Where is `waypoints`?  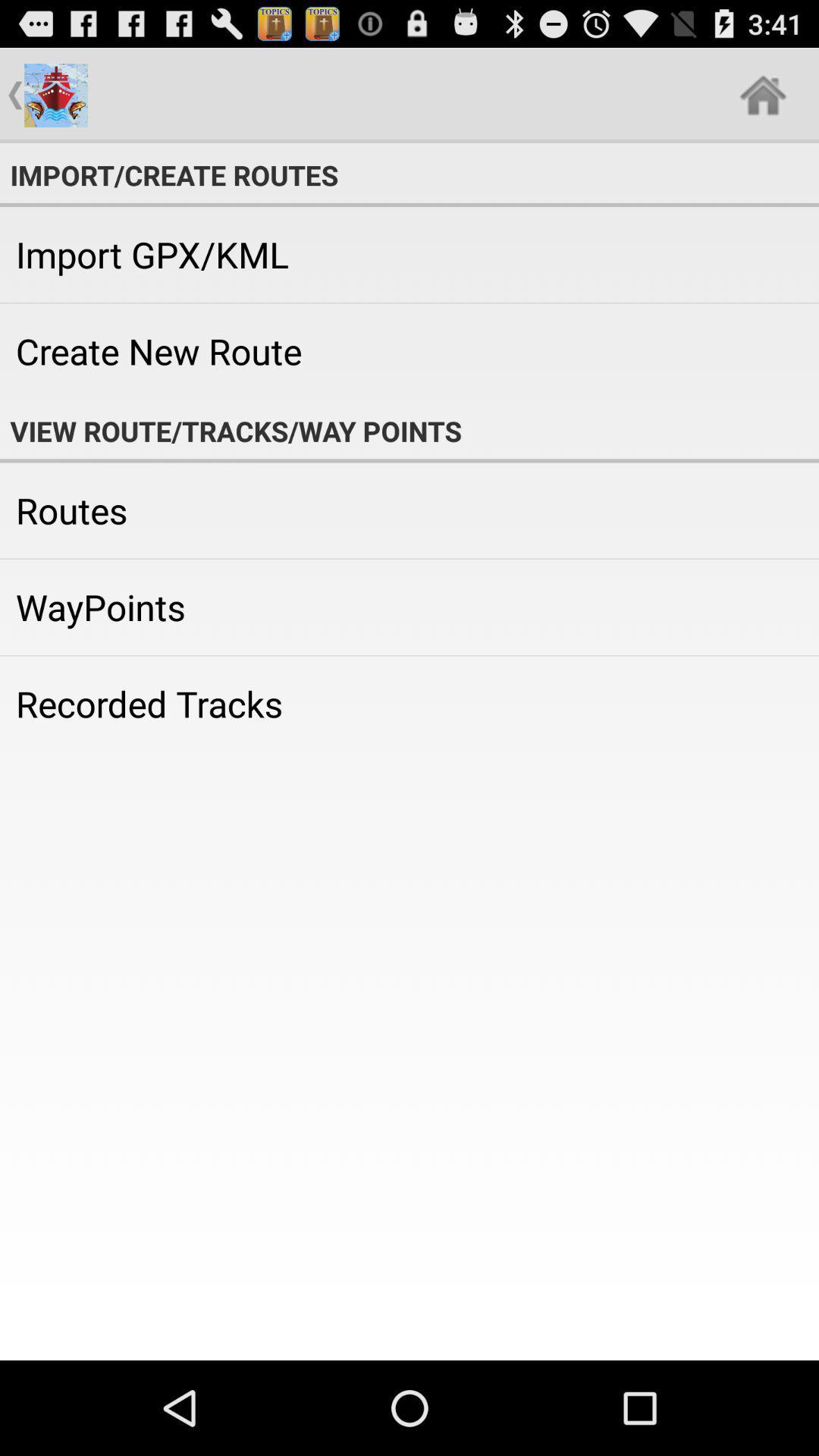 waypoints is located at coordinates (409, 607).